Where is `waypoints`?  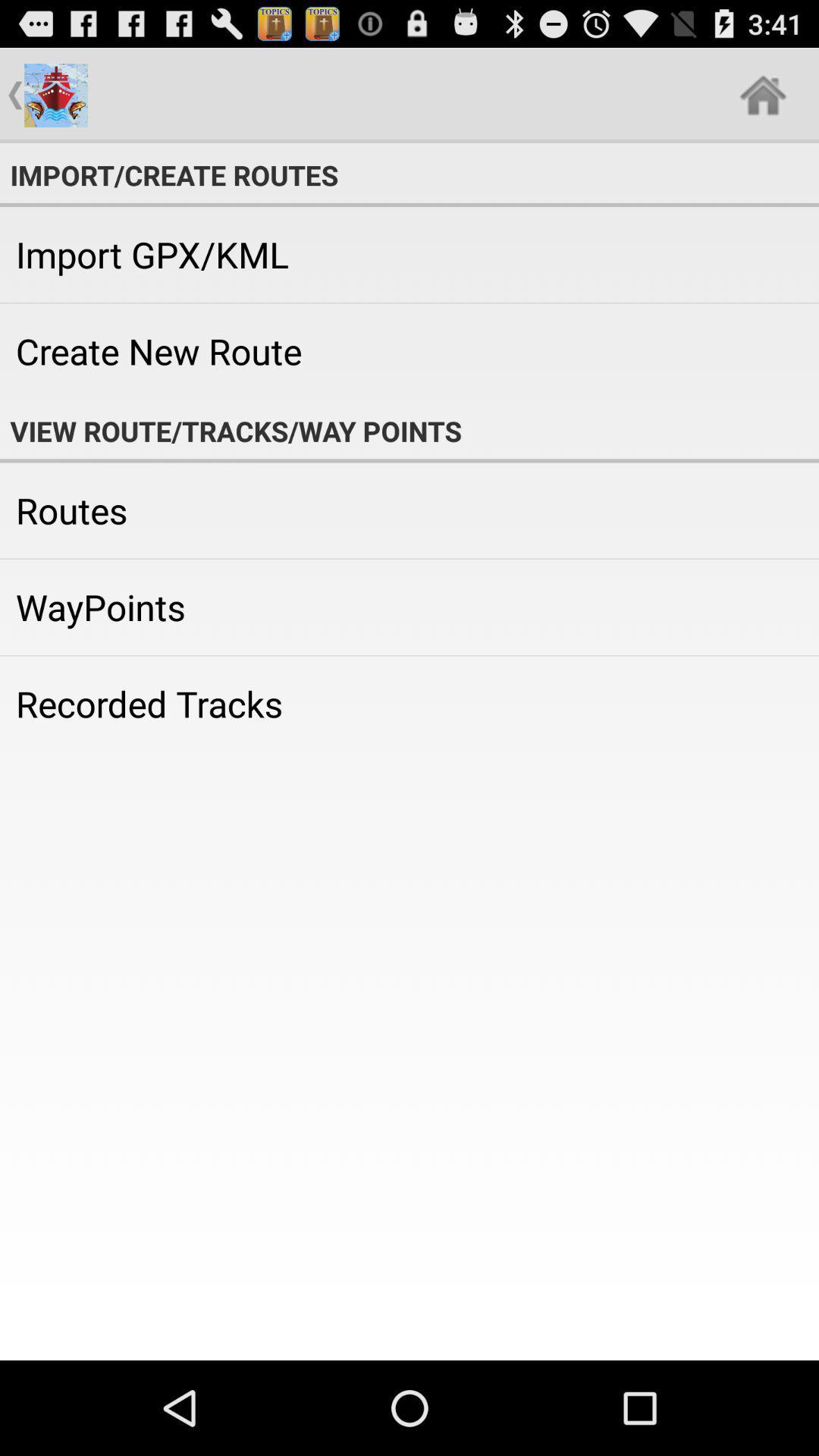 waypoints is located at coordinates (409, 607).